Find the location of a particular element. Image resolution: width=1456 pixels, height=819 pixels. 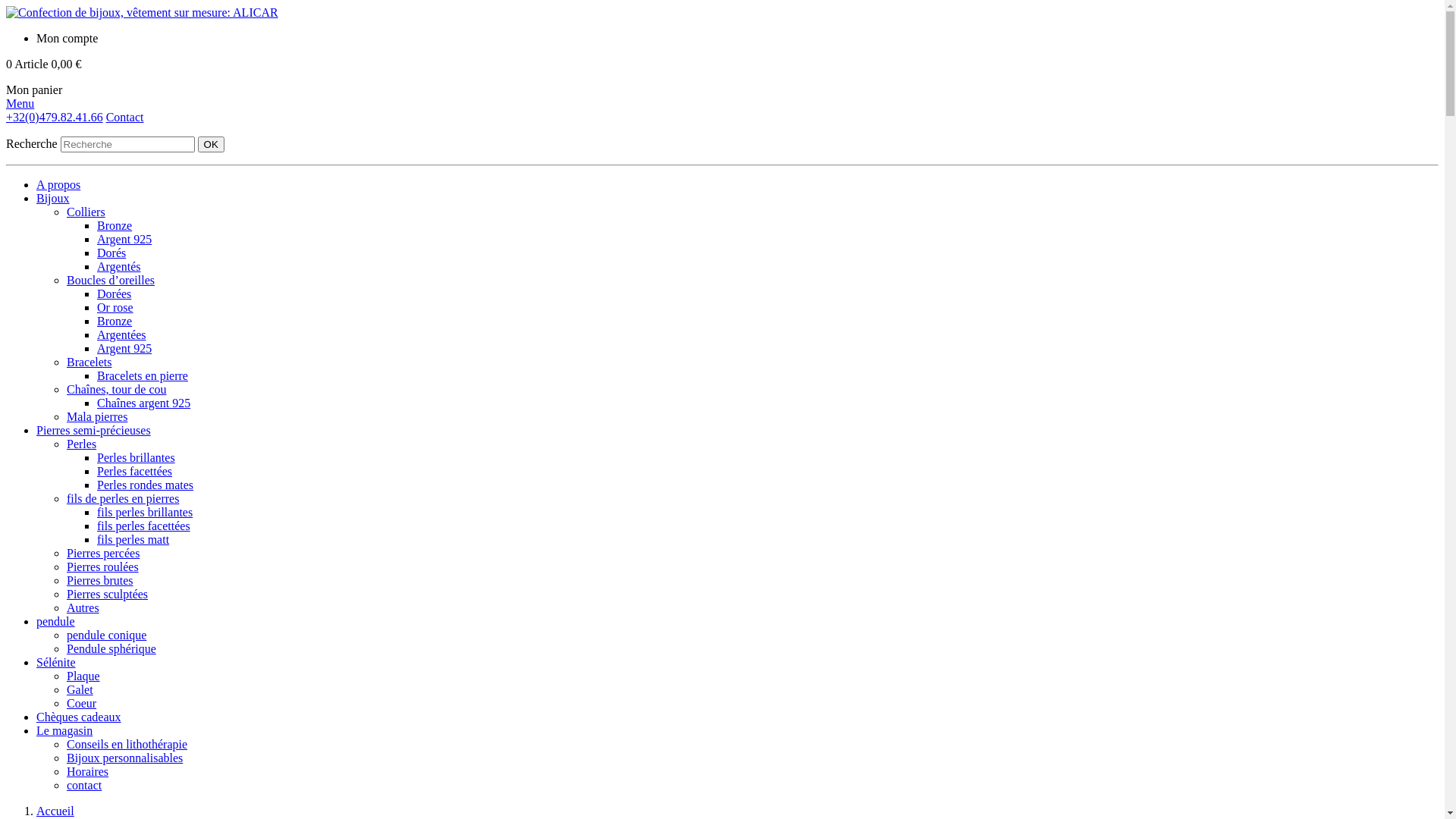

'pendule conique' is located at coordinates (105, 635).